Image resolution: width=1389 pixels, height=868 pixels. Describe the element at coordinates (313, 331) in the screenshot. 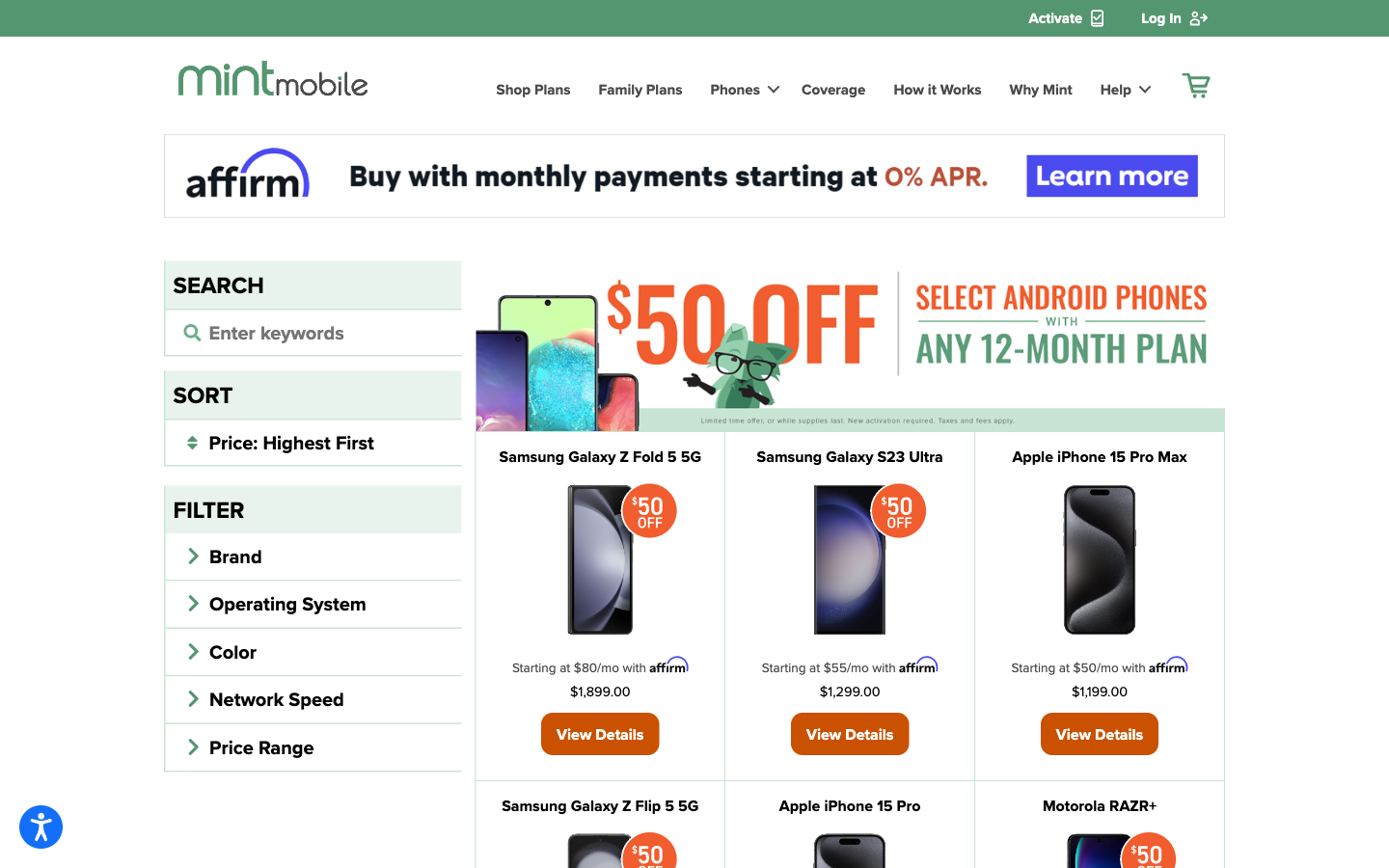

I see `Search for all Samsung Phone` at that location.